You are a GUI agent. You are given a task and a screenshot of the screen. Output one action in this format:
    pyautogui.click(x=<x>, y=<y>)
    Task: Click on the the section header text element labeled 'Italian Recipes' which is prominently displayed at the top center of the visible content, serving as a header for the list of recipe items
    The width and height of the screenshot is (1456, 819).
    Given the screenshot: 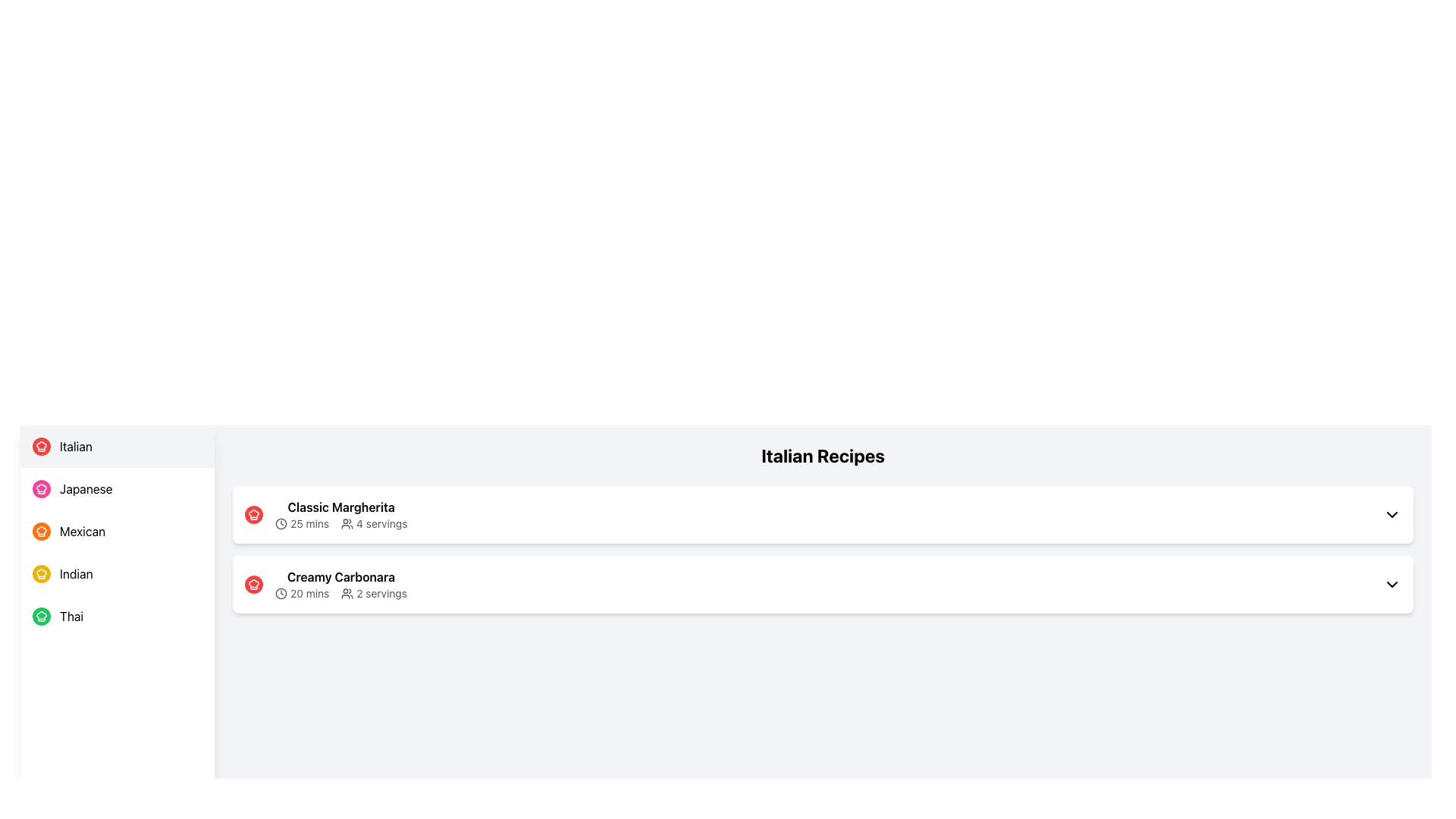 What is the action you would take?
    pyautogui.click(x=822, y=455)
    